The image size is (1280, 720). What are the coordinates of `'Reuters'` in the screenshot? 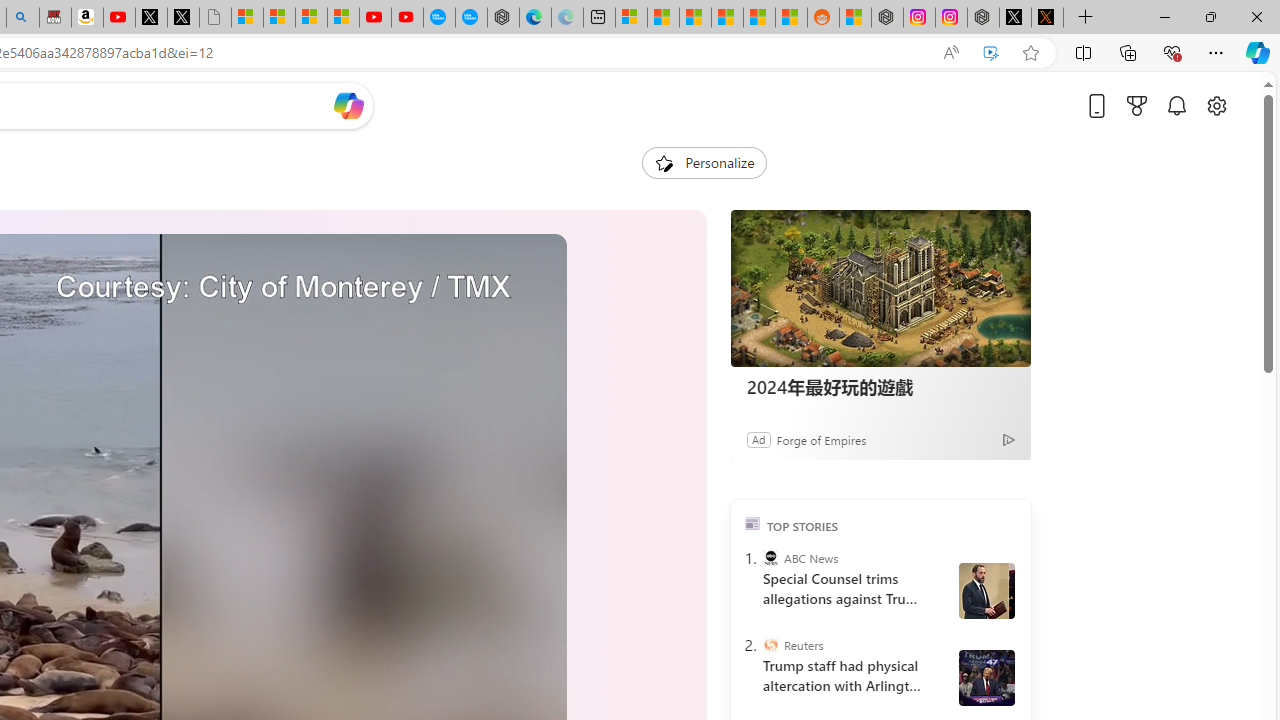 It's located at (769, 645).